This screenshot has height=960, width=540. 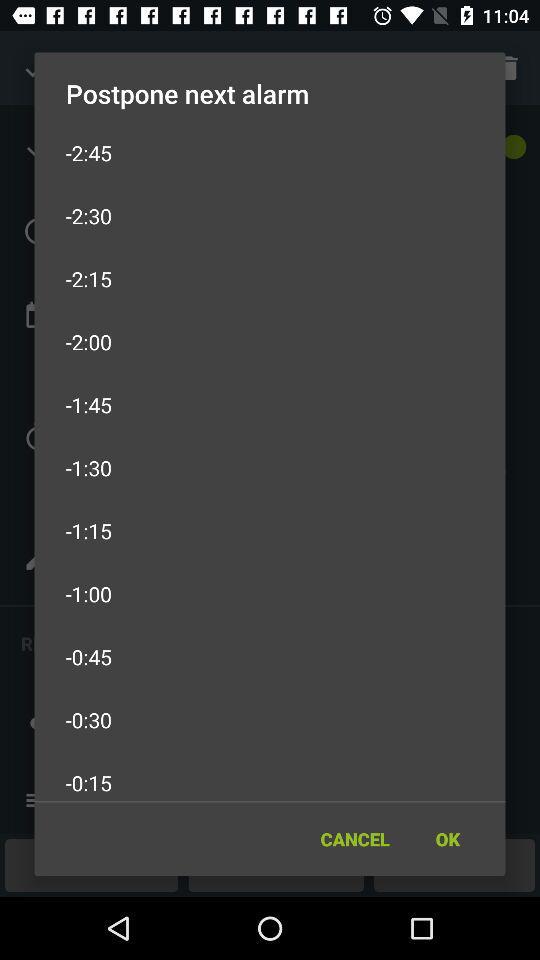 I want to click on icon below -0:15  icon, so click(x=354, y=839).